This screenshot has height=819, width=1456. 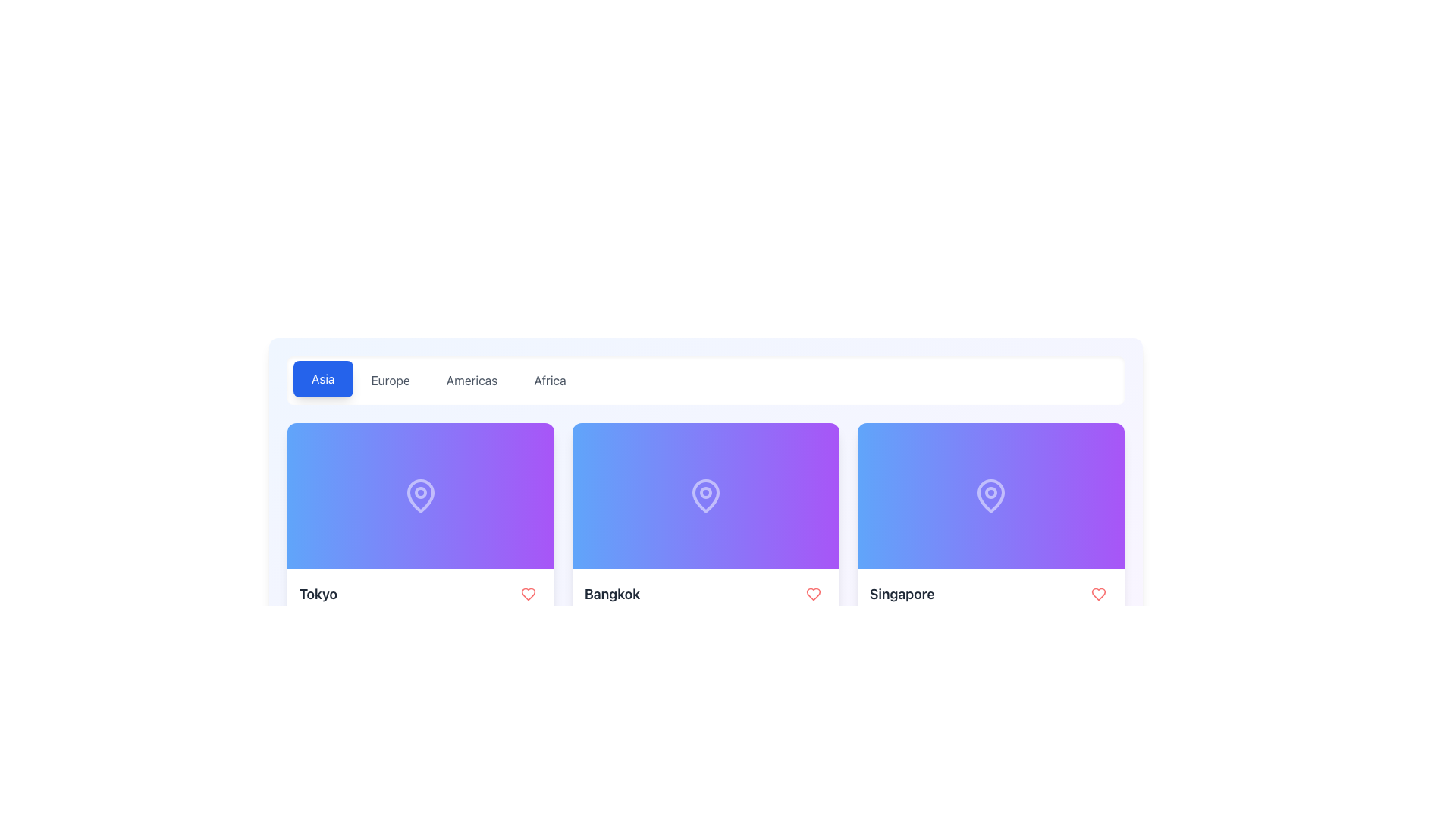 What do you see at coordinates (990, 496) in the screenshot?
I see `the Div element representing the card section for Singapore, which is the third card from the left in the row, to present more details or actions related to this location` at bounding box center [990, 496].